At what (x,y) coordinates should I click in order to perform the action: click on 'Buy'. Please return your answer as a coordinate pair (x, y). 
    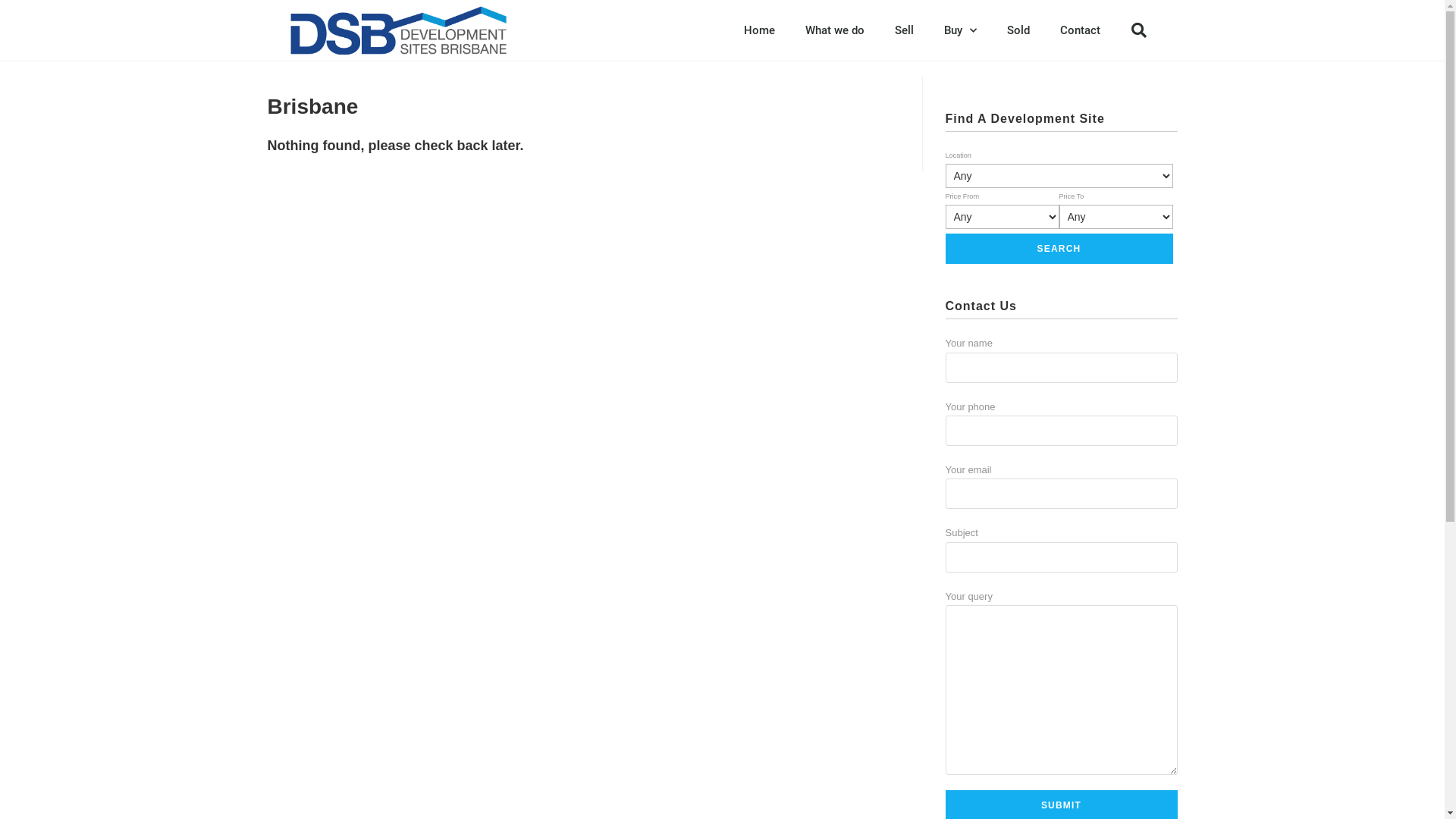
    Looking at the image, I should click on (959, 30).